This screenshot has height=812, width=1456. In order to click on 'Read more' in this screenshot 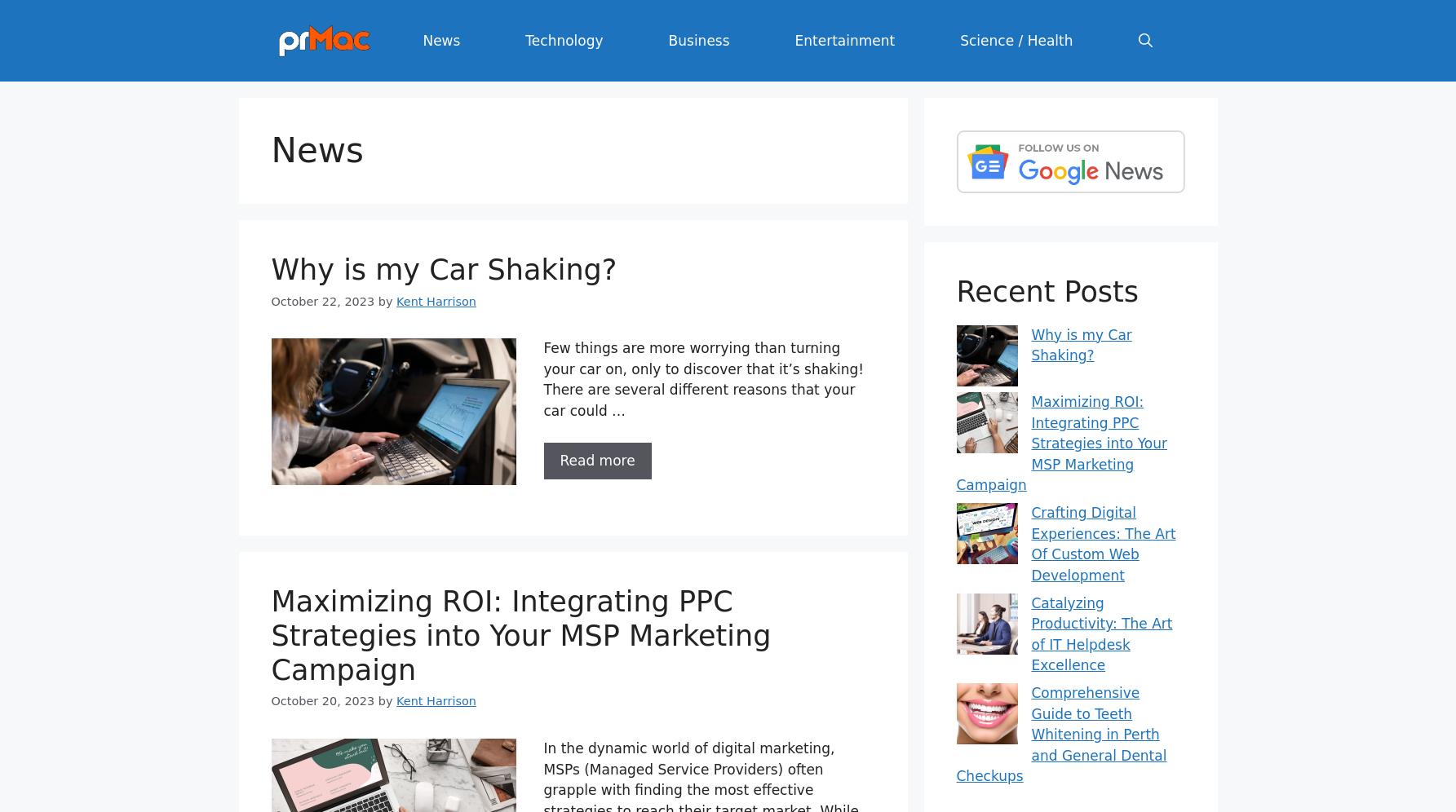, I will do `click(596, 459)`.